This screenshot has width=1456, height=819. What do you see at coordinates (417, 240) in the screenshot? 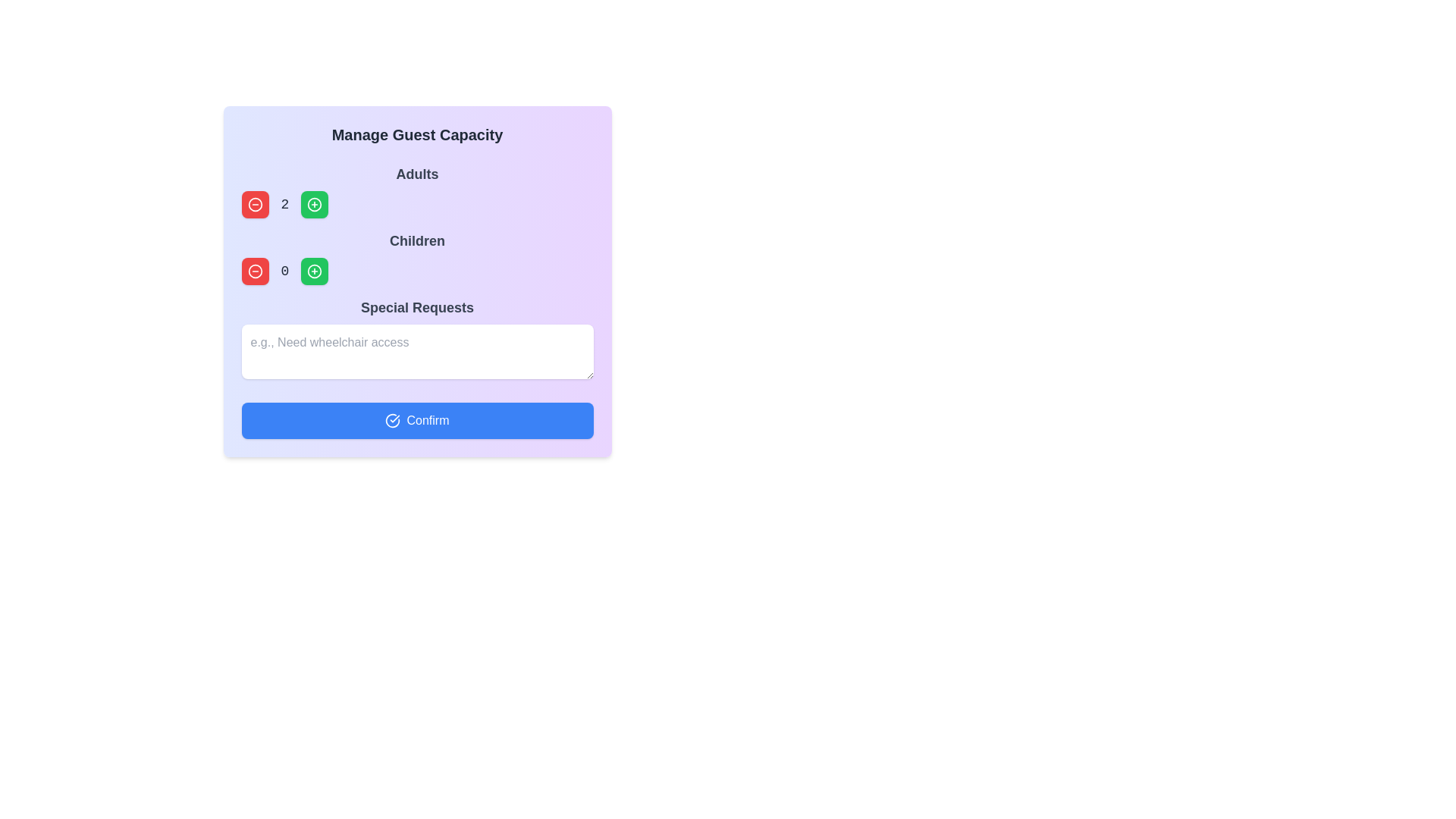
I see `the label that indicates the section for managing the number of children, located near the center of the panel, directly below the 'Adults' section and above the 'Special Requests' input field` at bounding box center [417, 240].